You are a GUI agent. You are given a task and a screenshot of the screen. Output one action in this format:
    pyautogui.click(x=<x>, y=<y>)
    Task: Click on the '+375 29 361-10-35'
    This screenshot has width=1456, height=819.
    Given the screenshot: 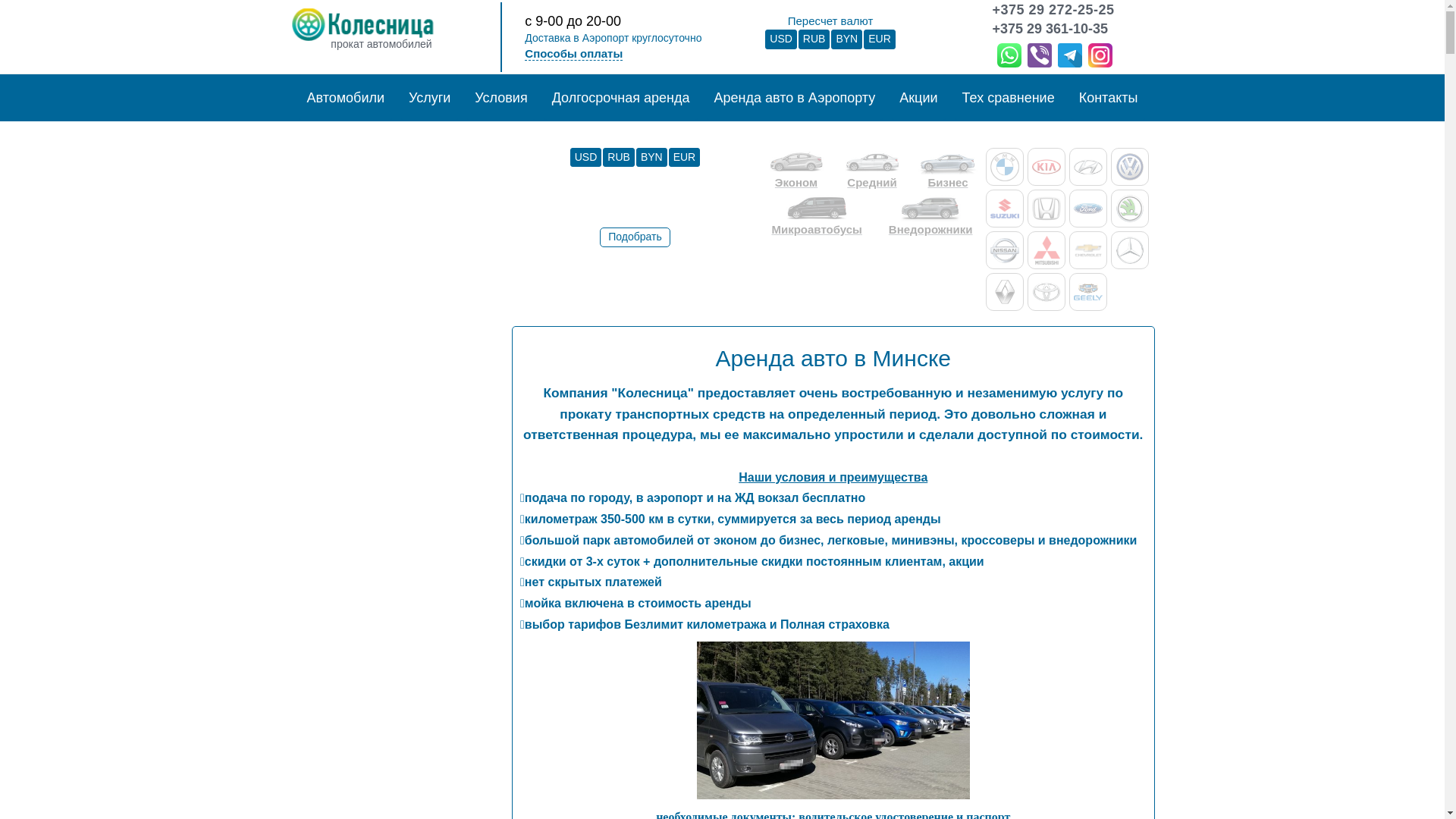 What is the action you would take?
    pyautogui.click(x=992, y=29)
    